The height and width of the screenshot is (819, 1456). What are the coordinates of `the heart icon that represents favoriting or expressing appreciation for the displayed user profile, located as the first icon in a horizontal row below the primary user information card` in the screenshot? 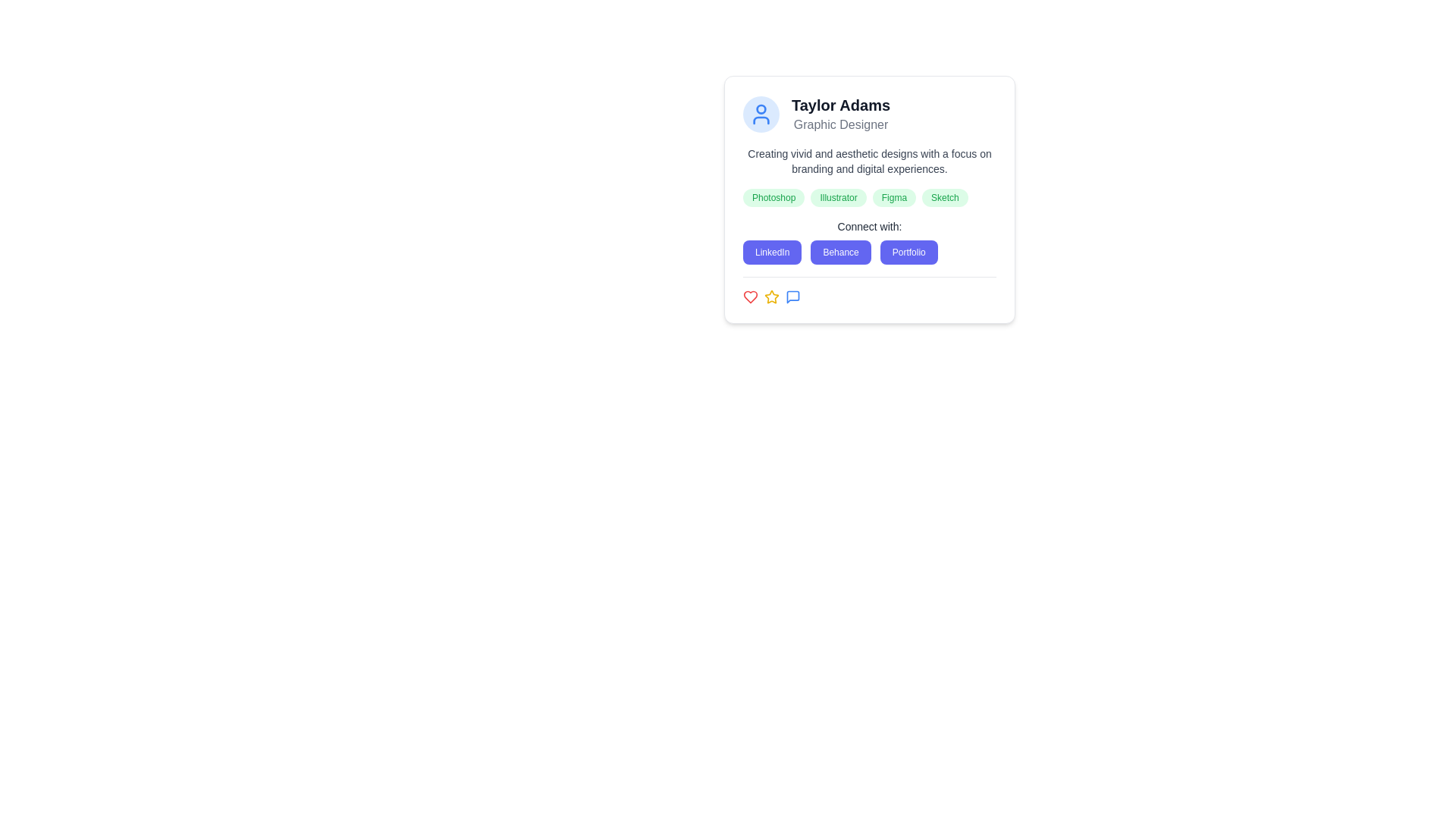 It's located at (750, 297).